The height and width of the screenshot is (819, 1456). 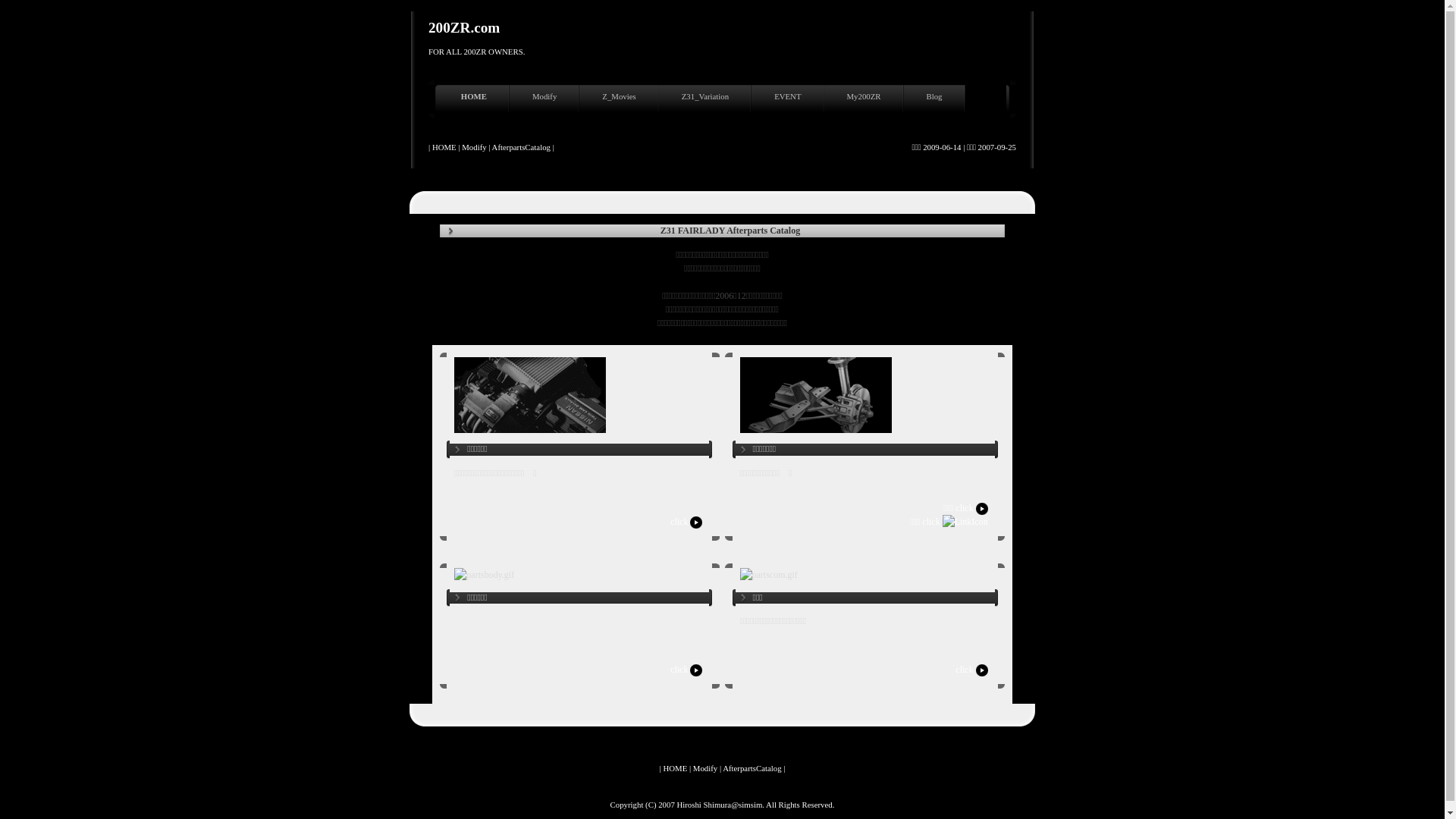 What do you see at coordinates (935, 99) in the screenshot?
I see `'Blog'` at bounding box center [935, 99].